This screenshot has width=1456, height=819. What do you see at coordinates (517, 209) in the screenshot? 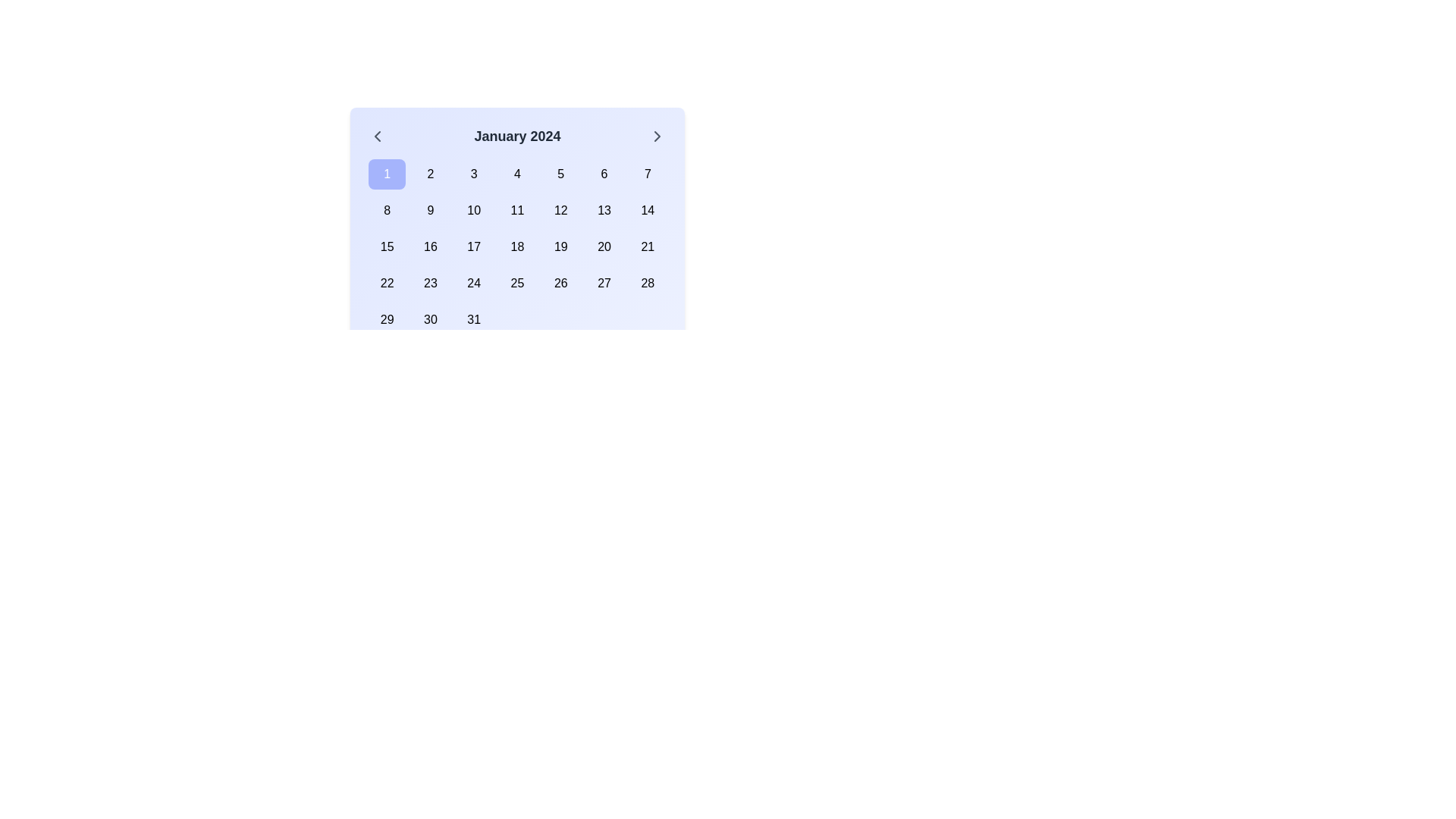
I see `the highlighted date ('1') in the Calendar Widget for January 2024` at bounding box center [517, 209].